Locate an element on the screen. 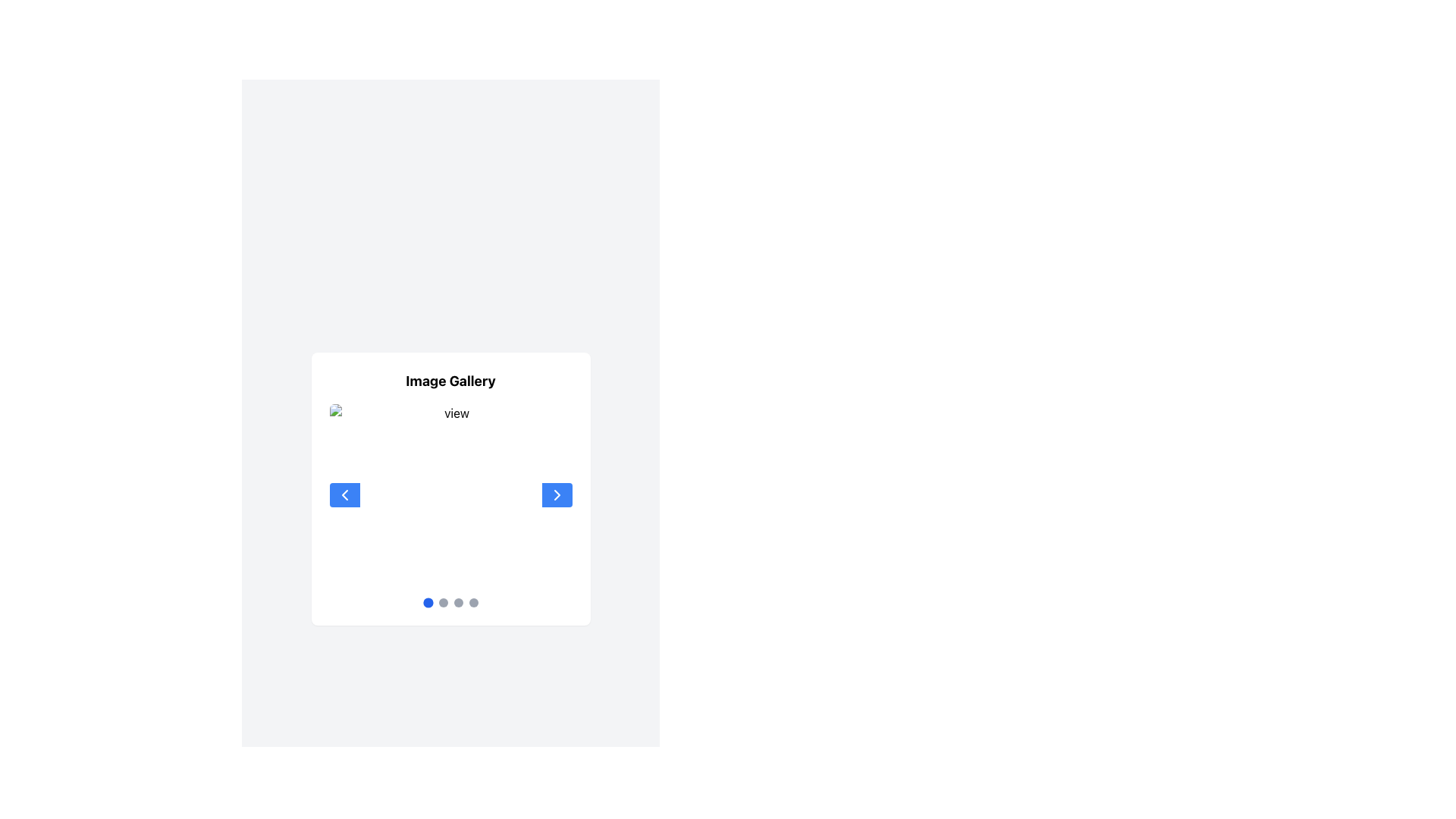 The height and width of the screenshot is (819, 1456). the title header of the image gallery section is located at coordinates (450, 380).